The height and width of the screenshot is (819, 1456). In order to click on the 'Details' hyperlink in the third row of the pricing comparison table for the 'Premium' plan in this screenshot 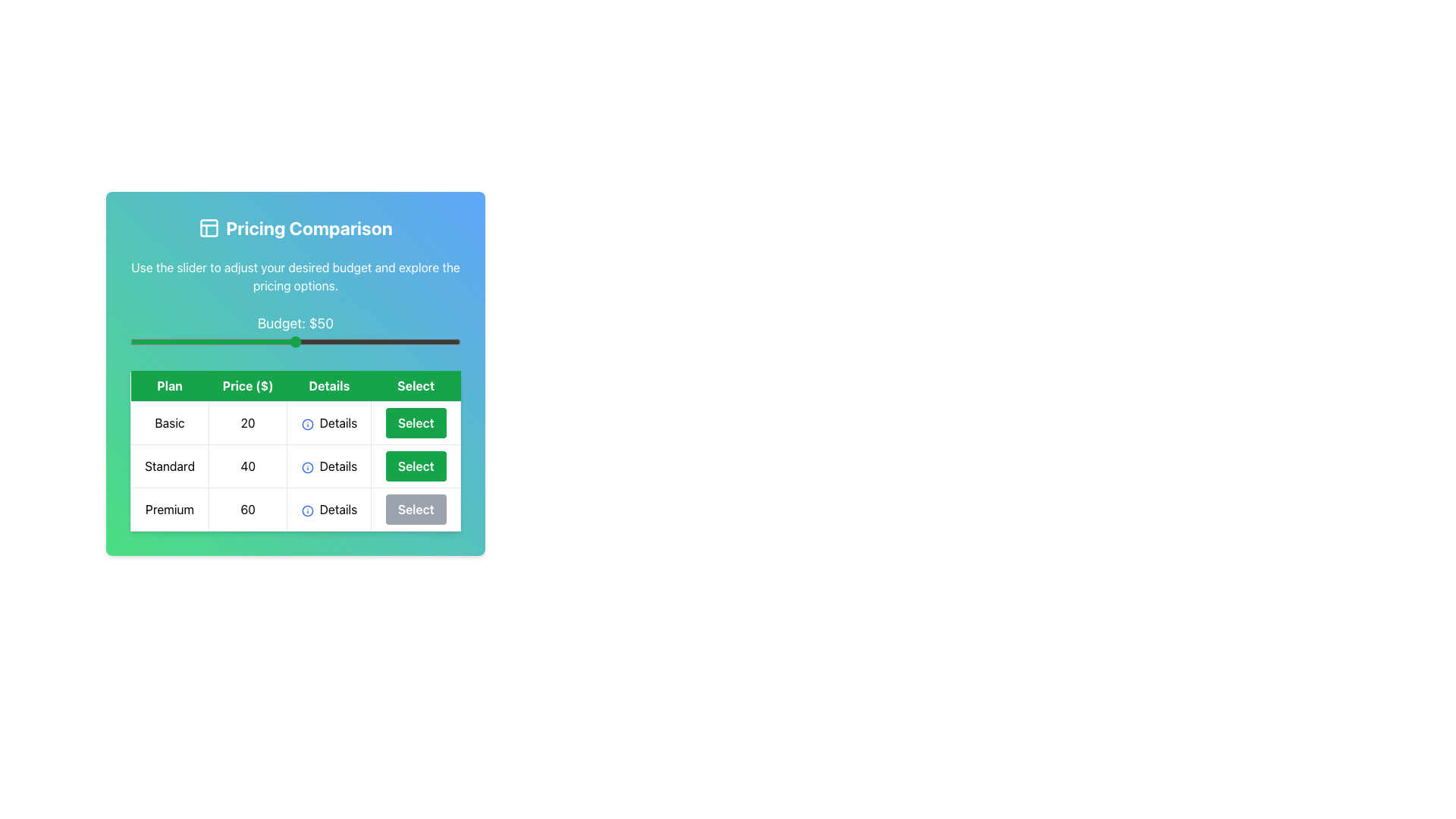, I will do `click(295, 509)`.